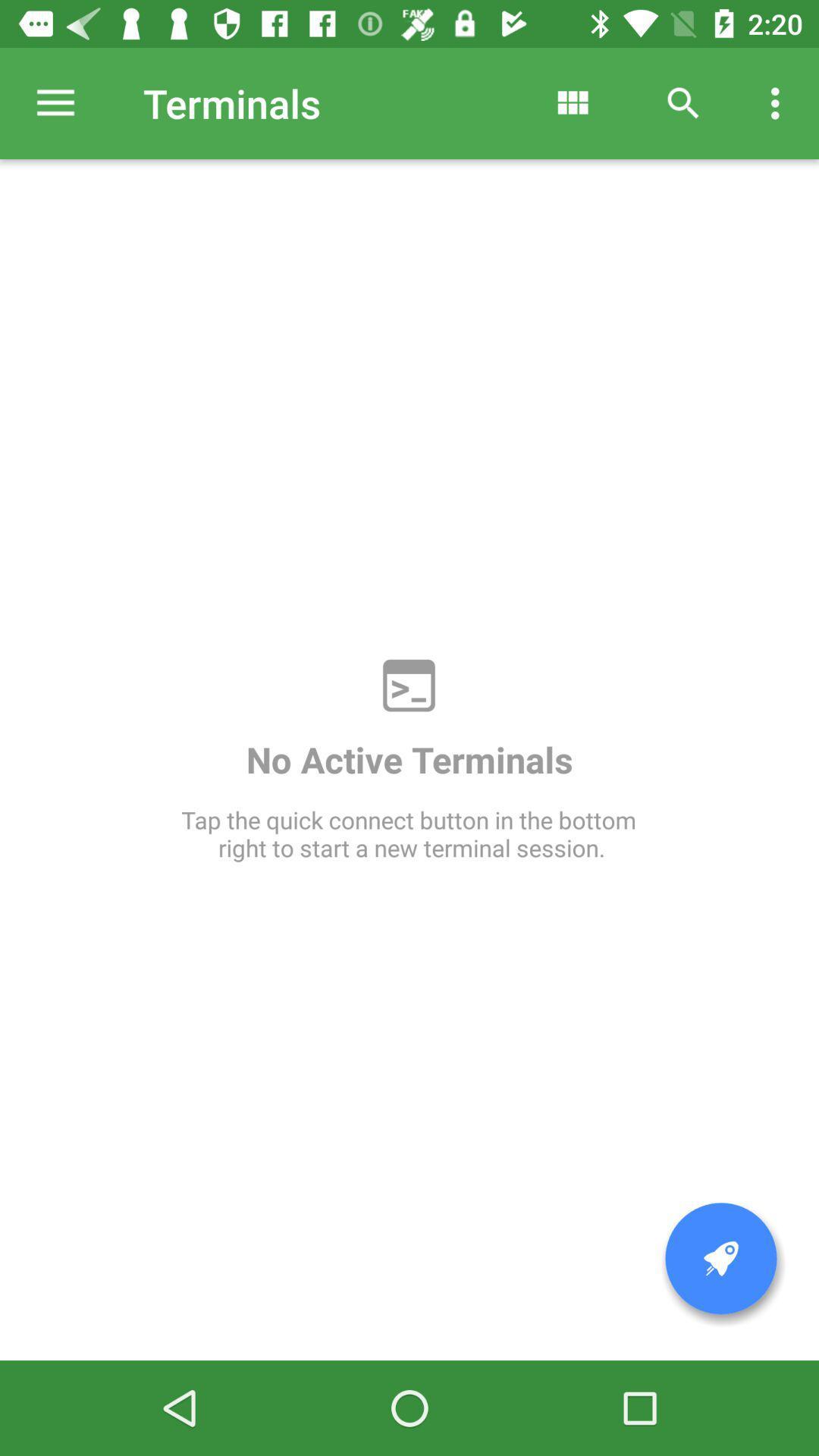  What do you see at coordinates (55, 102) in the screenshot?
I see `icon to the left of terminals item` at bounding box center [55, 102].